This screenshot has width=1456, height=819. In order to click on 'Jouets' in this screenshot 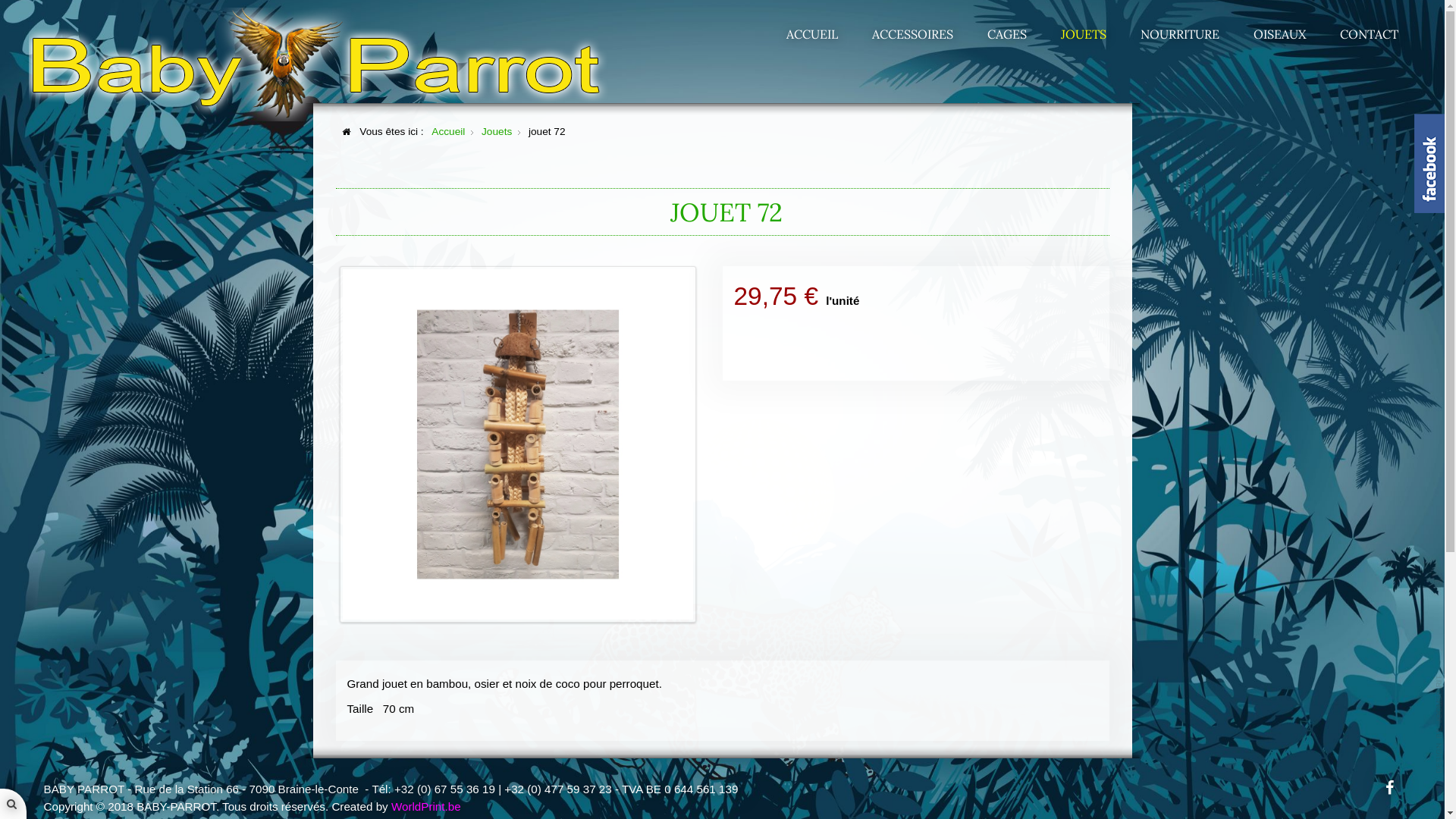, I will do `click(480, 130)`.